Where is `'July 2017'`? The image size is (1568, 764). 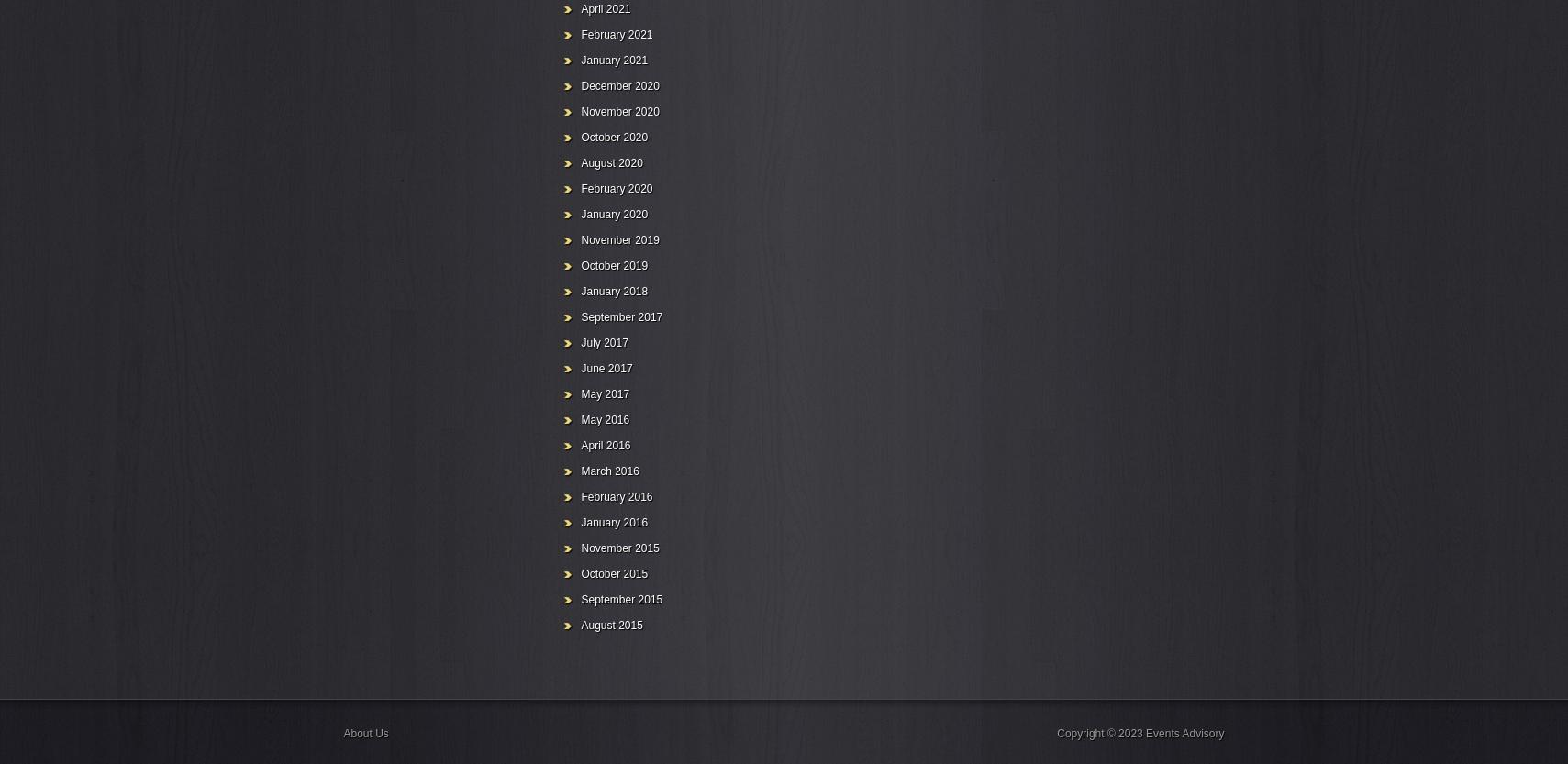
'July 2017' is located at coordinates (603, 343).